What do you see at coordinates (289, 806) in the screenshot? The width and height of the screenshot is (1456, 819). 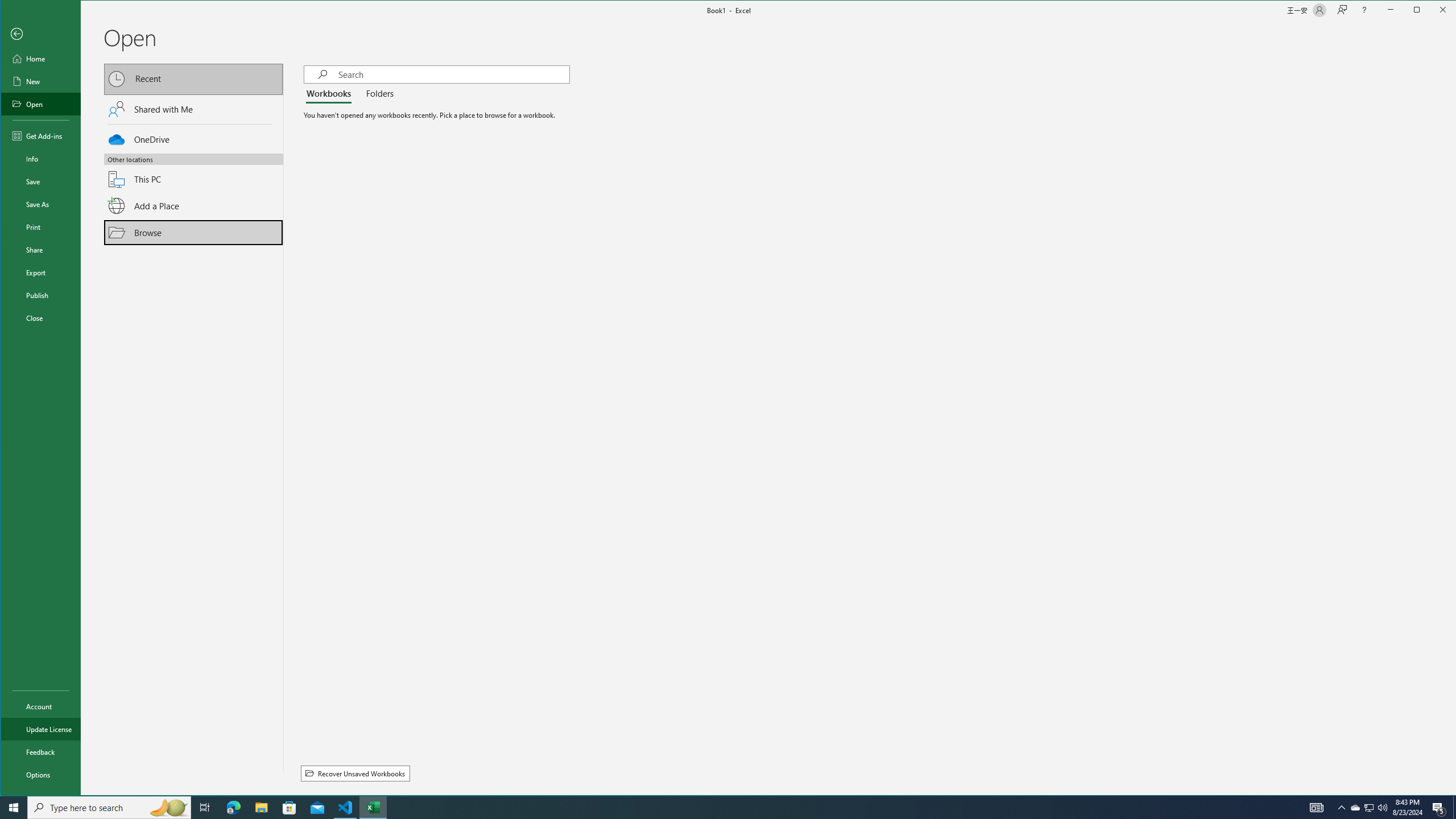 I see `'Microsoft Store'` at bounding box center [289, 806].